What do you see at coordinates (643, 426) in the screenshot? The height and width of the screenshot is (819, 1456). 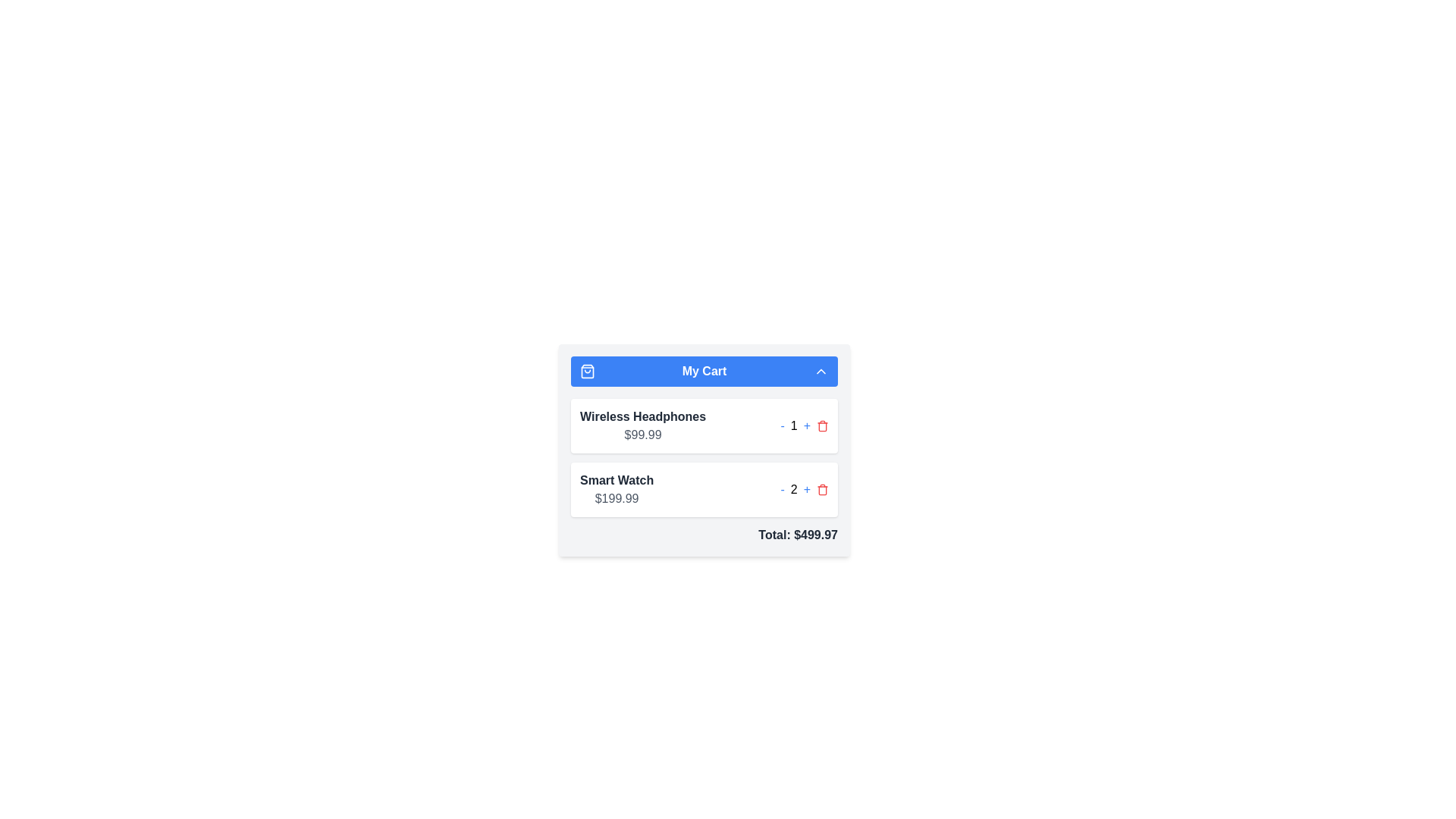 I see `the label group displaying the product name 'Wireless Headphones' and price '$99.99' located under the 'My Cart' section` at bounding box center [643, 426].